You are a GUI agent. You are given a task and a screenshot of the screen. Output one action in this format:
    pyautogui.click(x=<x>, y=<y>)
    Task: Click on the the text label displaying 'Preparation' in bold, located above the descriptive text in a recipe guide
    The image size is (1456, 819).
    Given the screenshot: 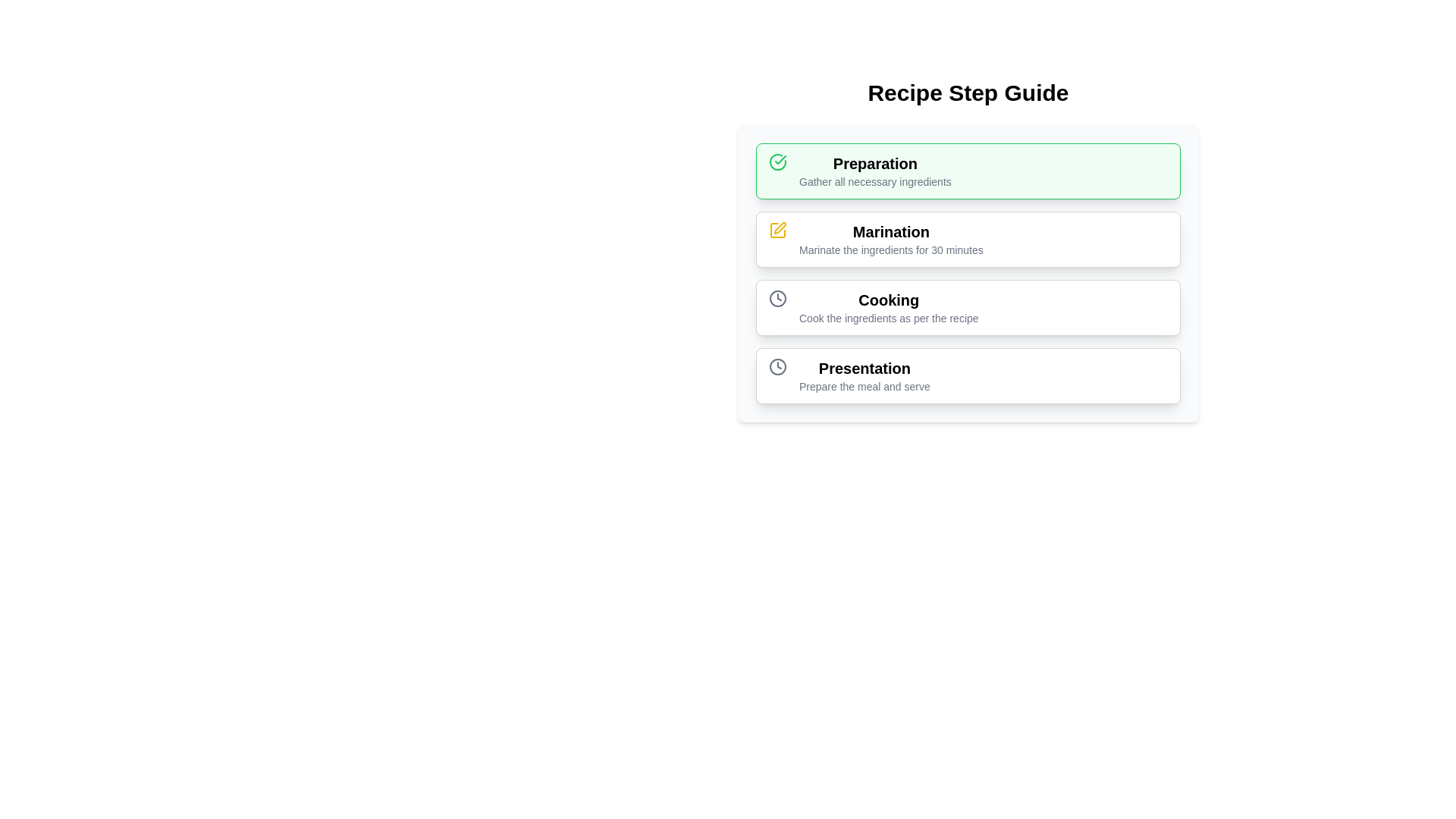 What is the action you would take?
    pyautogui.click(x=875, y=164)
    